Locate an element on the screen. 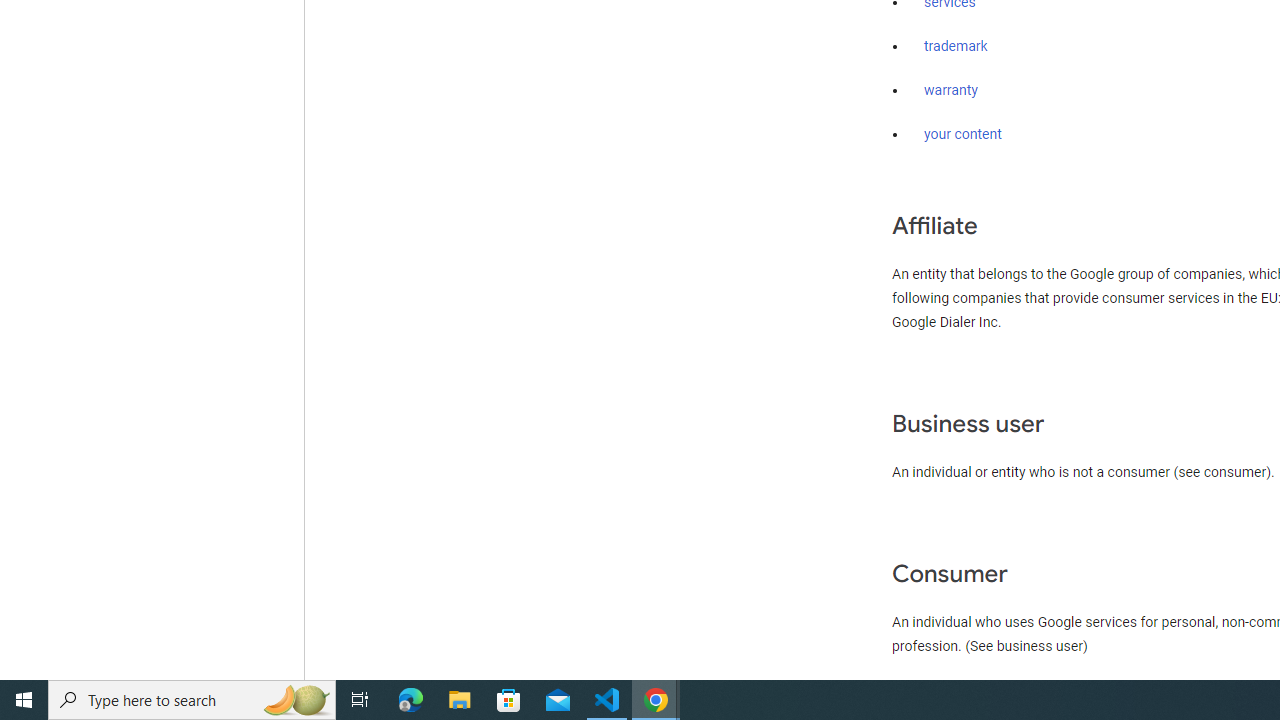  'trademark' is located at coordinates (955, 46).